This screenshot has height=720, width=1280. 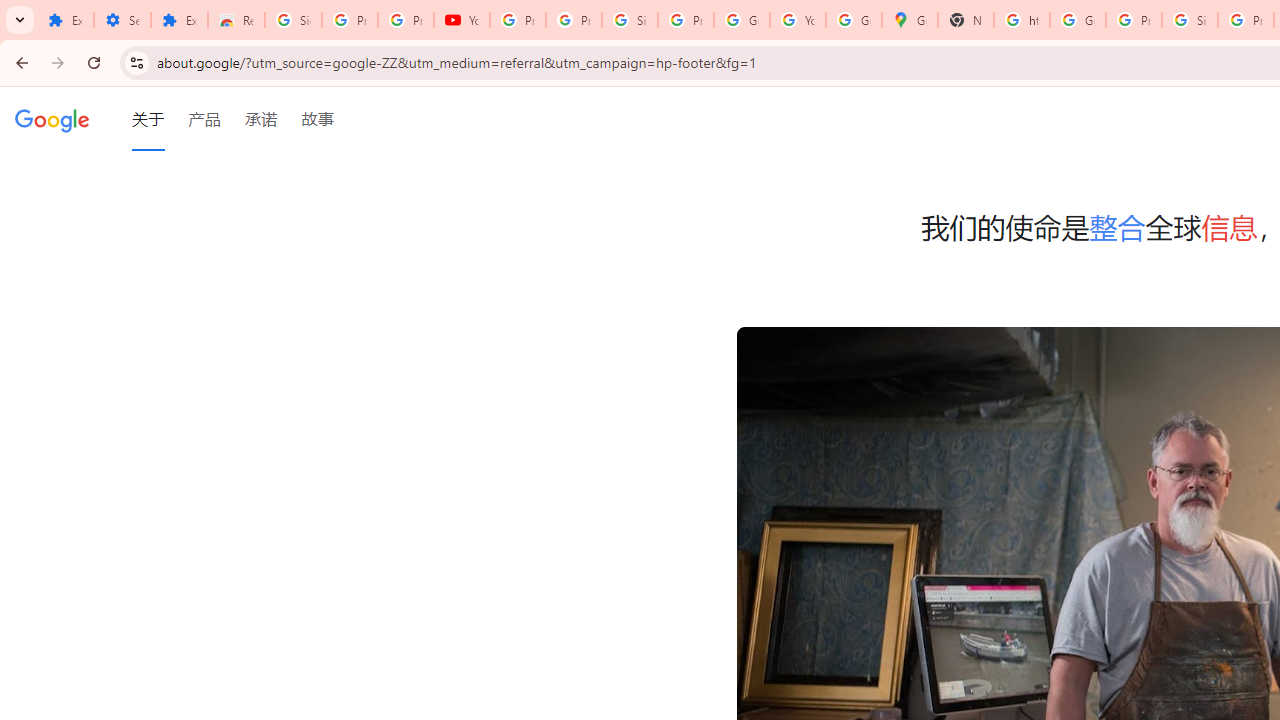 What do you see at coordinates (1022, 20) in the screenshot?
I see `'https://scholar.google.com/'` at bounding box center [1022, 20].